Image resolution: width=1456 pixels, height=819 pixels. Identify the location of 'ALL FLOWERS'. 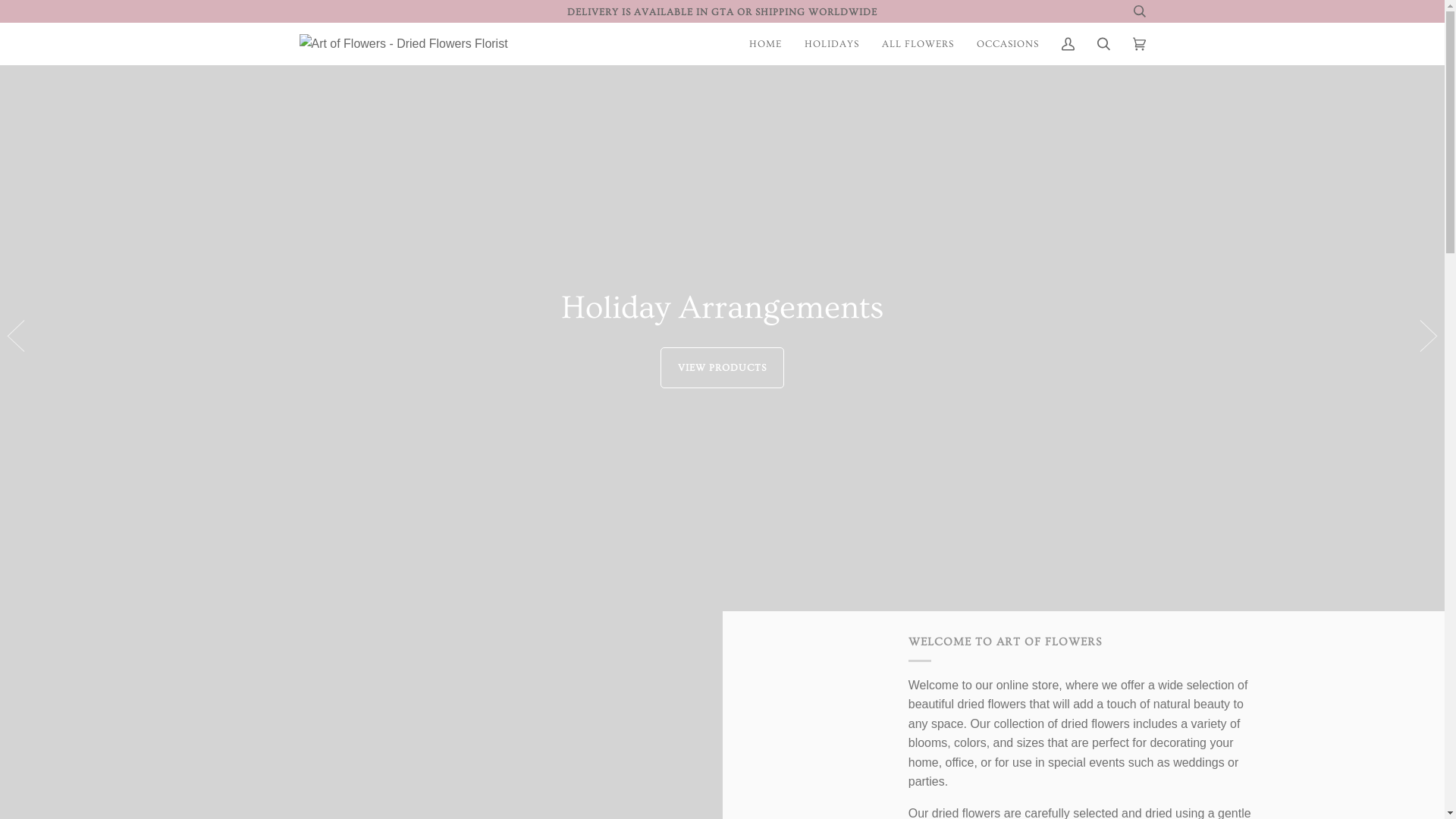
(917, 42).